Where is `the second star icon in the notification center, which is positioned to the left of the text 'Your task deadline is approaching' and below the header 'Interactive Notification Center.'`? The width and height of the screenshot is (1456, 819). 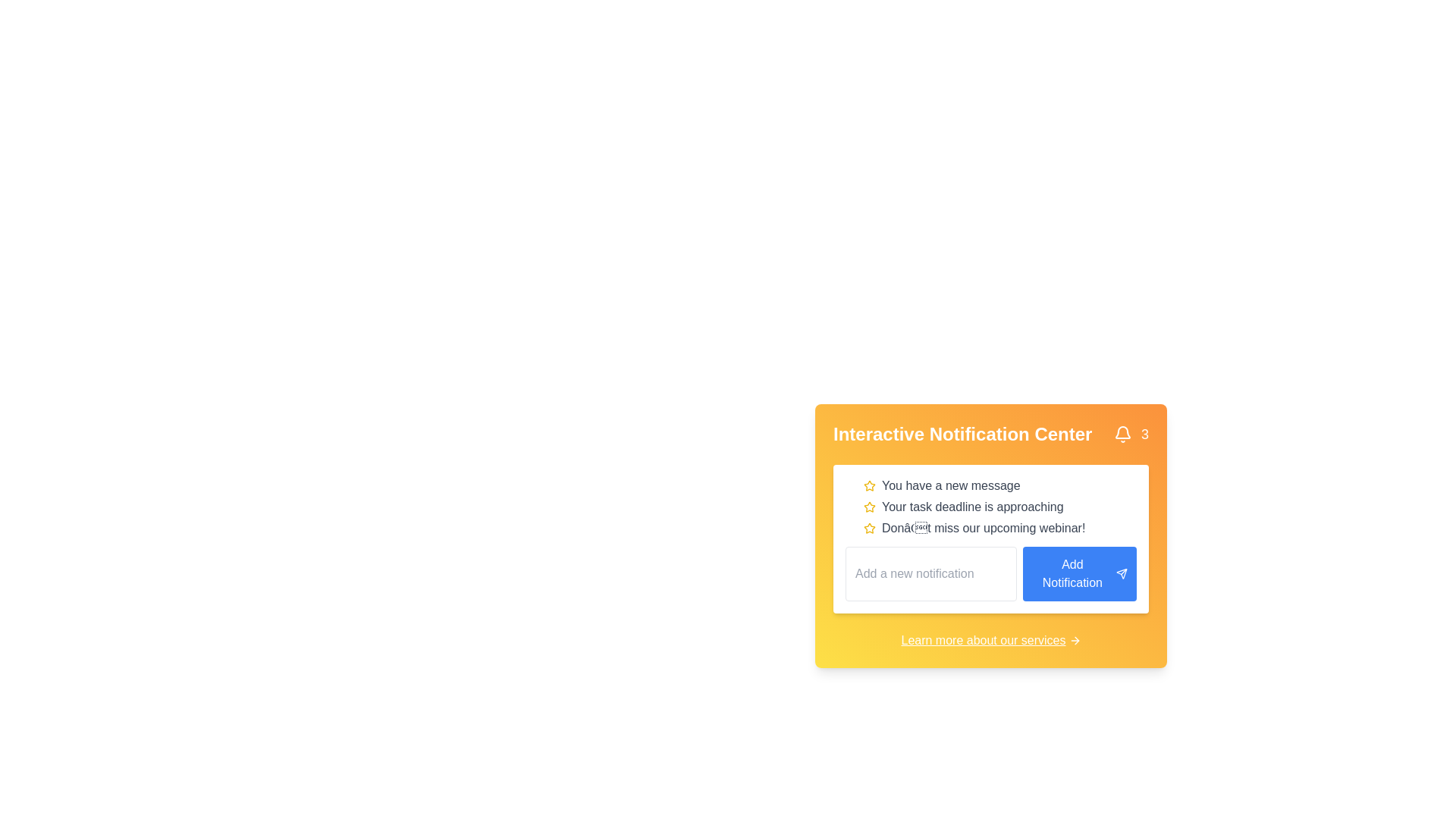
the second star icon in the notification center, which is positioned to the left of the text 'Your task deadline is approaching' and below the header 'Interactive Notification Center.' is located at coordinates (870, 507).